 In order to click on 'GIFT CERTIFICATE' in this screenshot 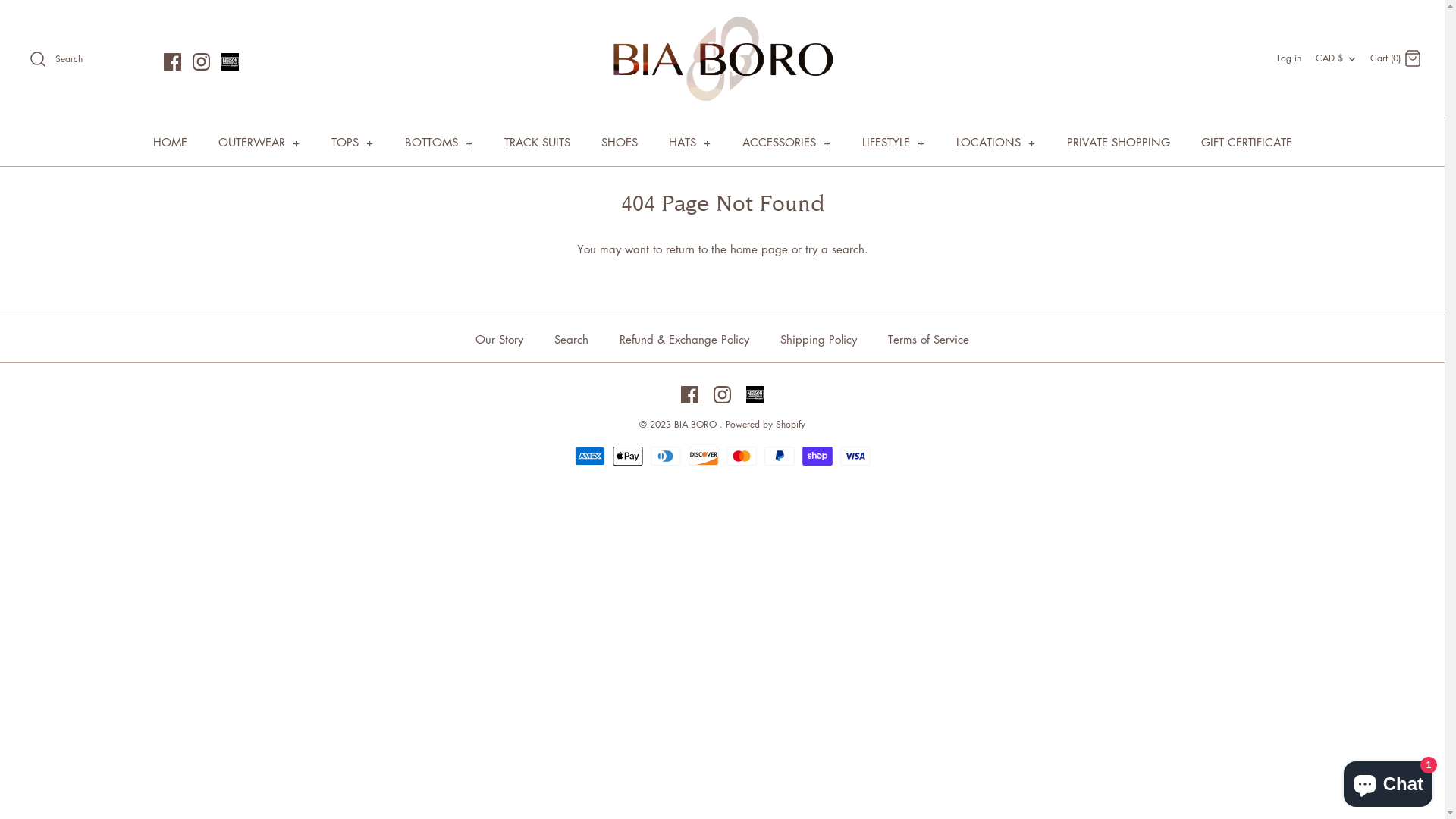, I will do `click(1186, 142)`.